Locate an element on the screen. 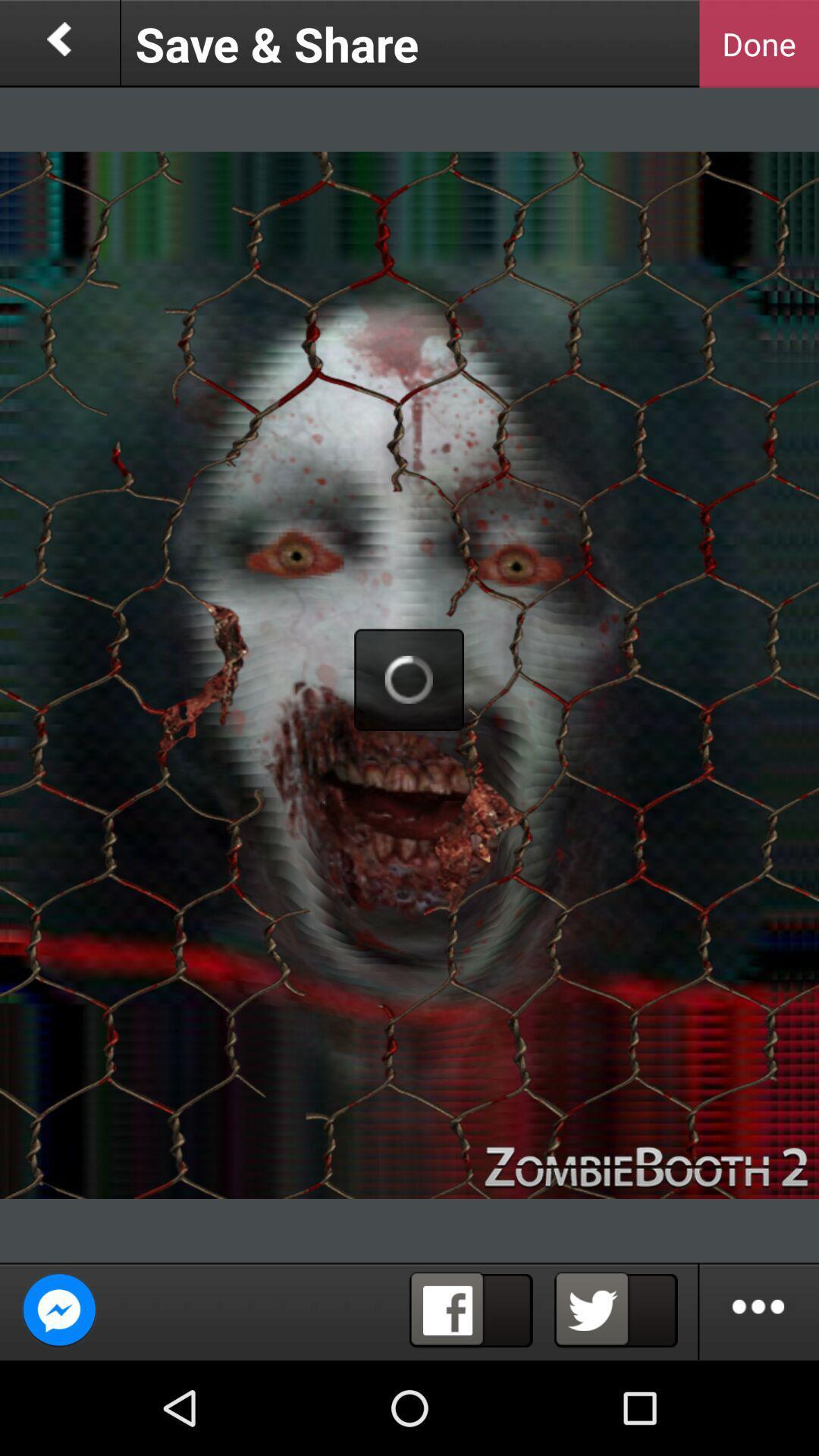  the facebook page is located at coordinates (470, 1310).